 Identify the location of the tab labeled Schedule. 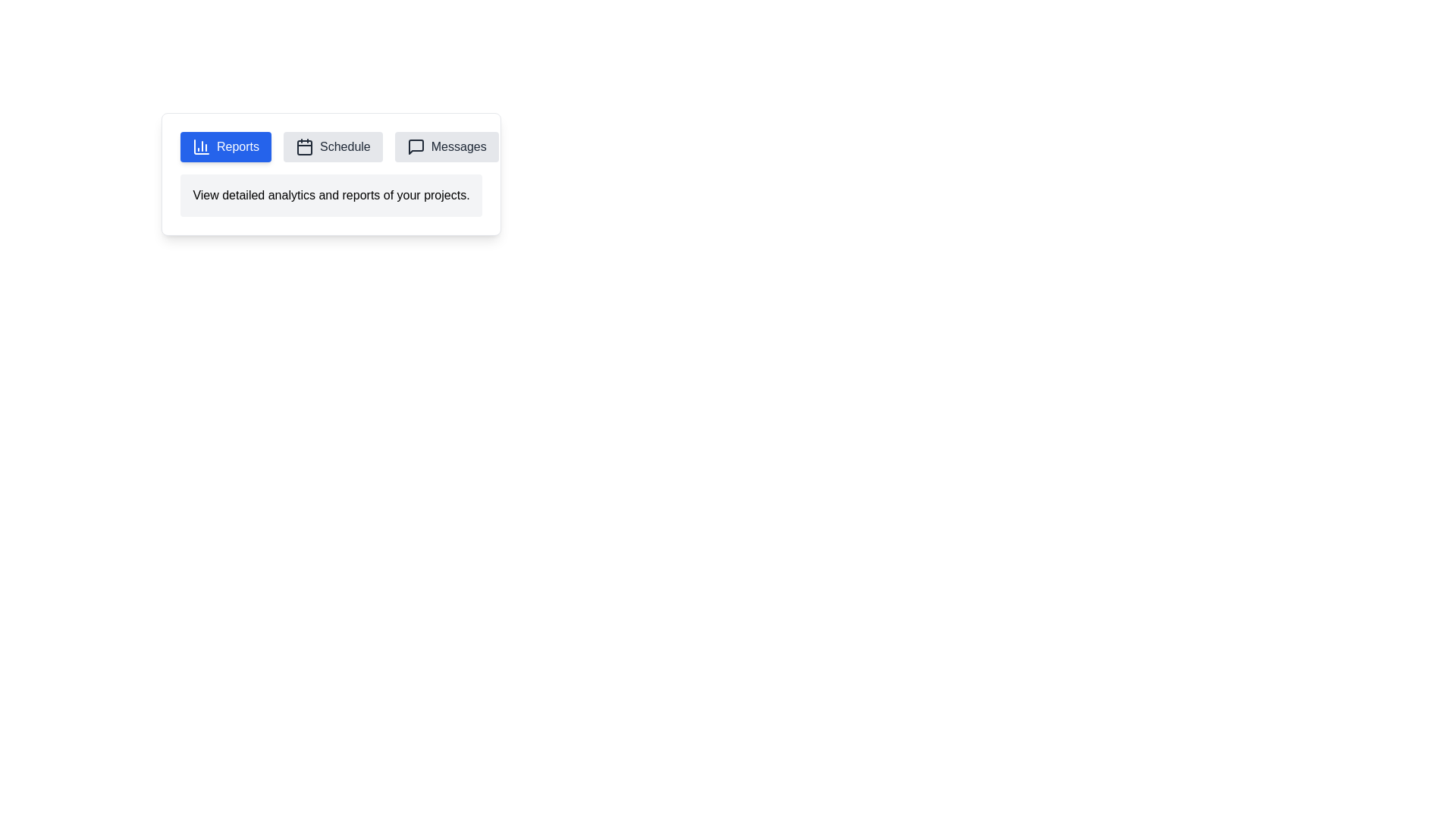
(332, 146).